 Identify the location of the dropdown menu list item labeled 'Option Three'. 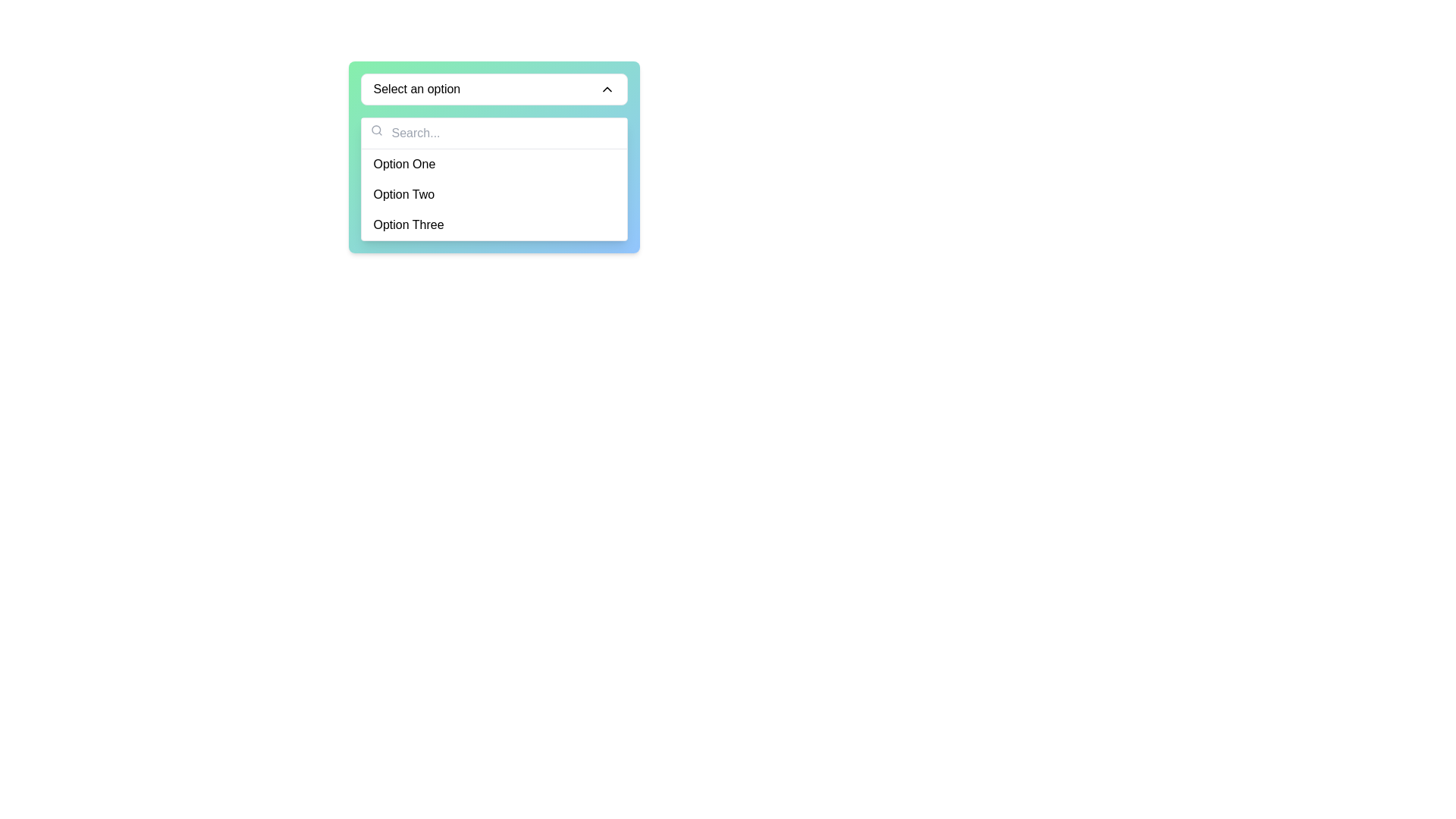
(494, 225).